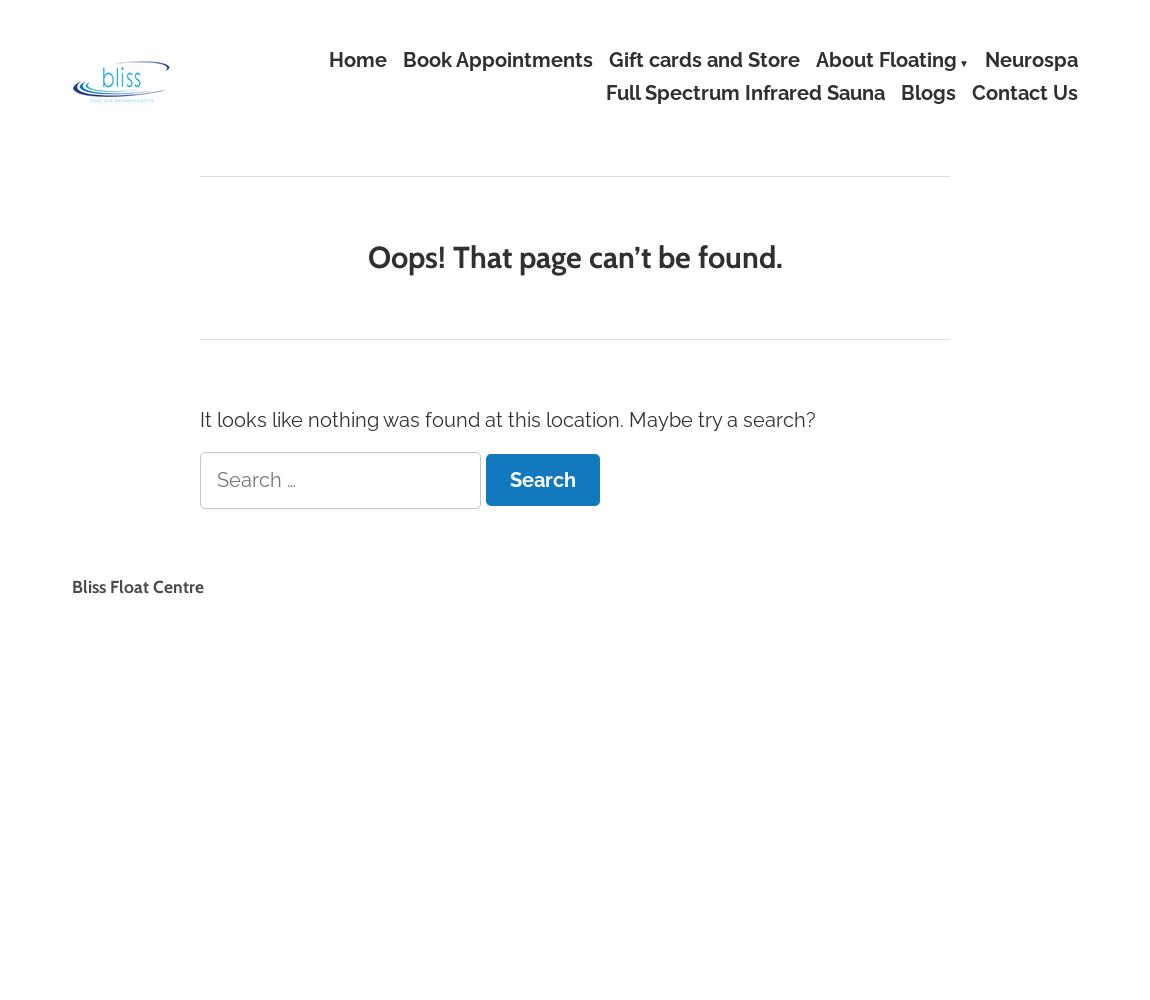 The image size is (1150, 1000). Describe the element at coordinates (211, 70) in the screenshot. I see `'Float Therapy, Infrared Sauna, Neurospa.'` at that location.